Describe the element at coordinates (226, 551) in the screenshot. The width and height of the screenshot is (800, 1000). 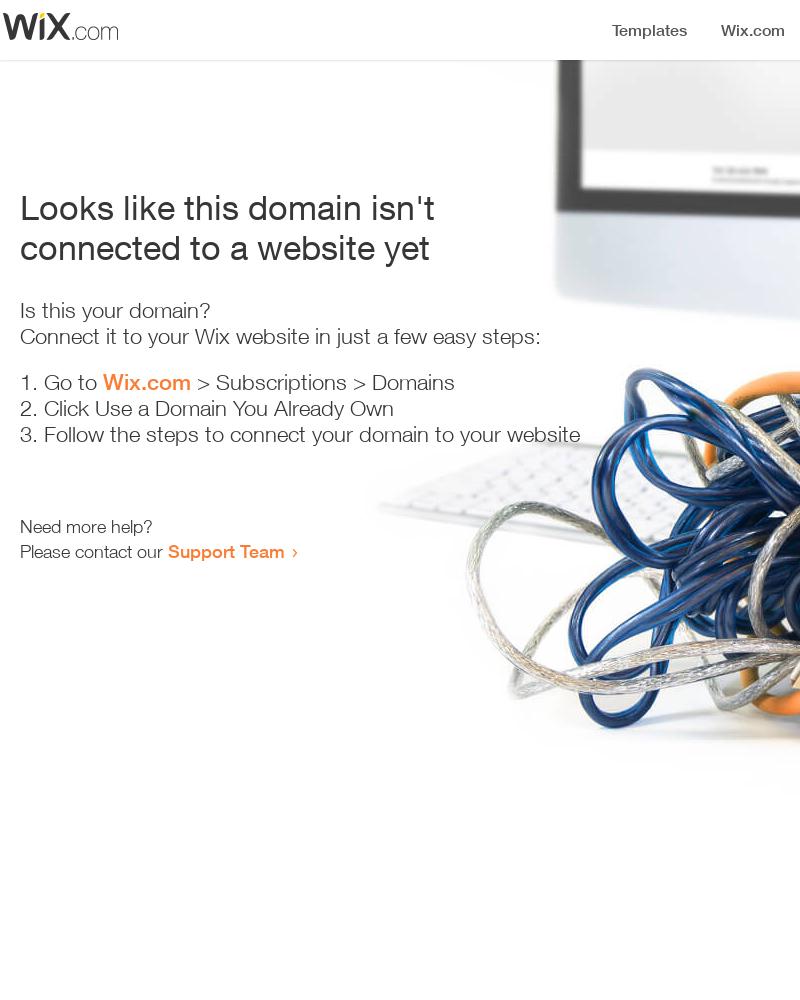
I see `'Support Team'` at that location.